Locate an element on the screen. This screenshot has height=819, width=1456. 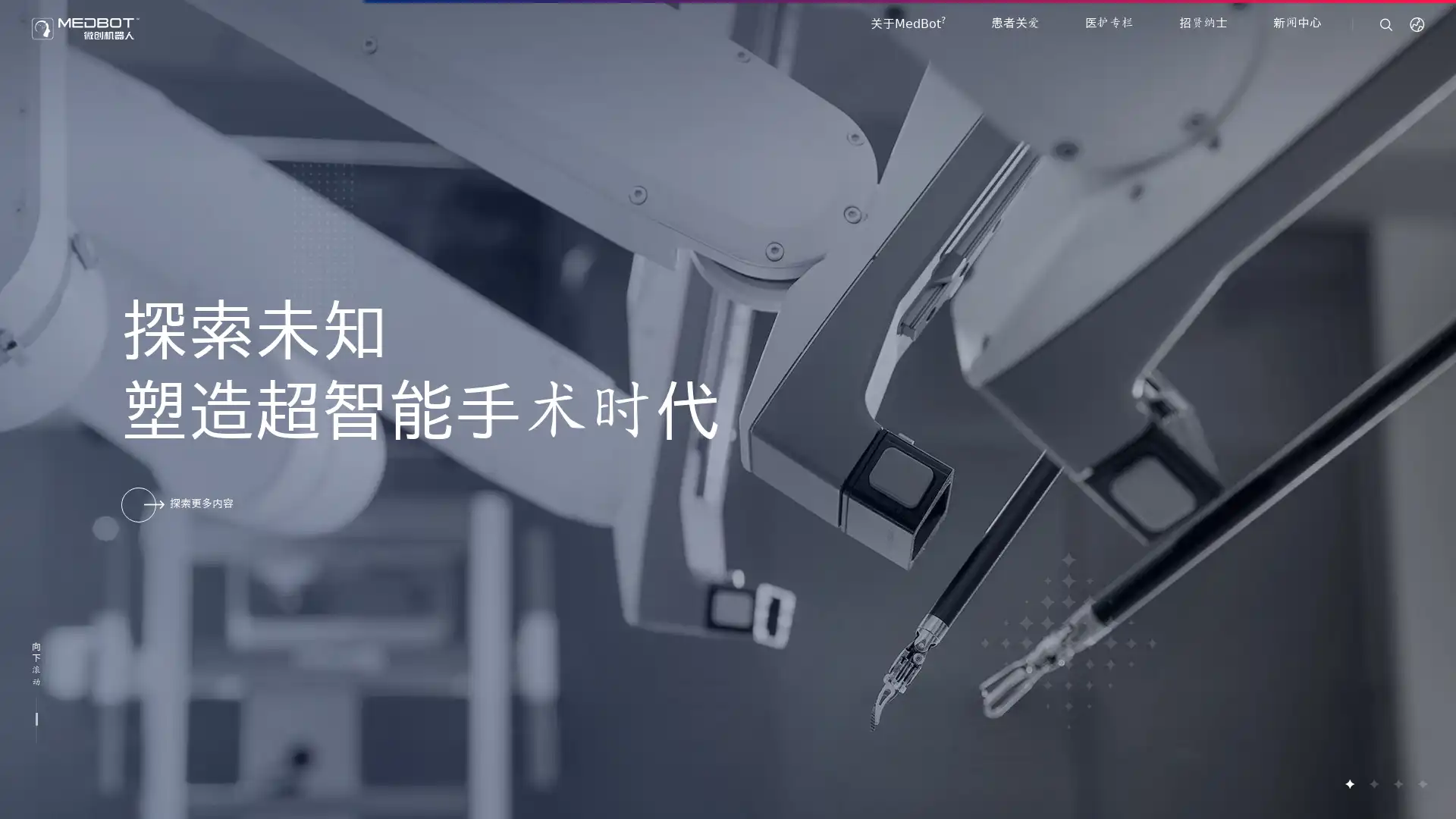
Go to slide 3 is located at coordinates (1397, 783).